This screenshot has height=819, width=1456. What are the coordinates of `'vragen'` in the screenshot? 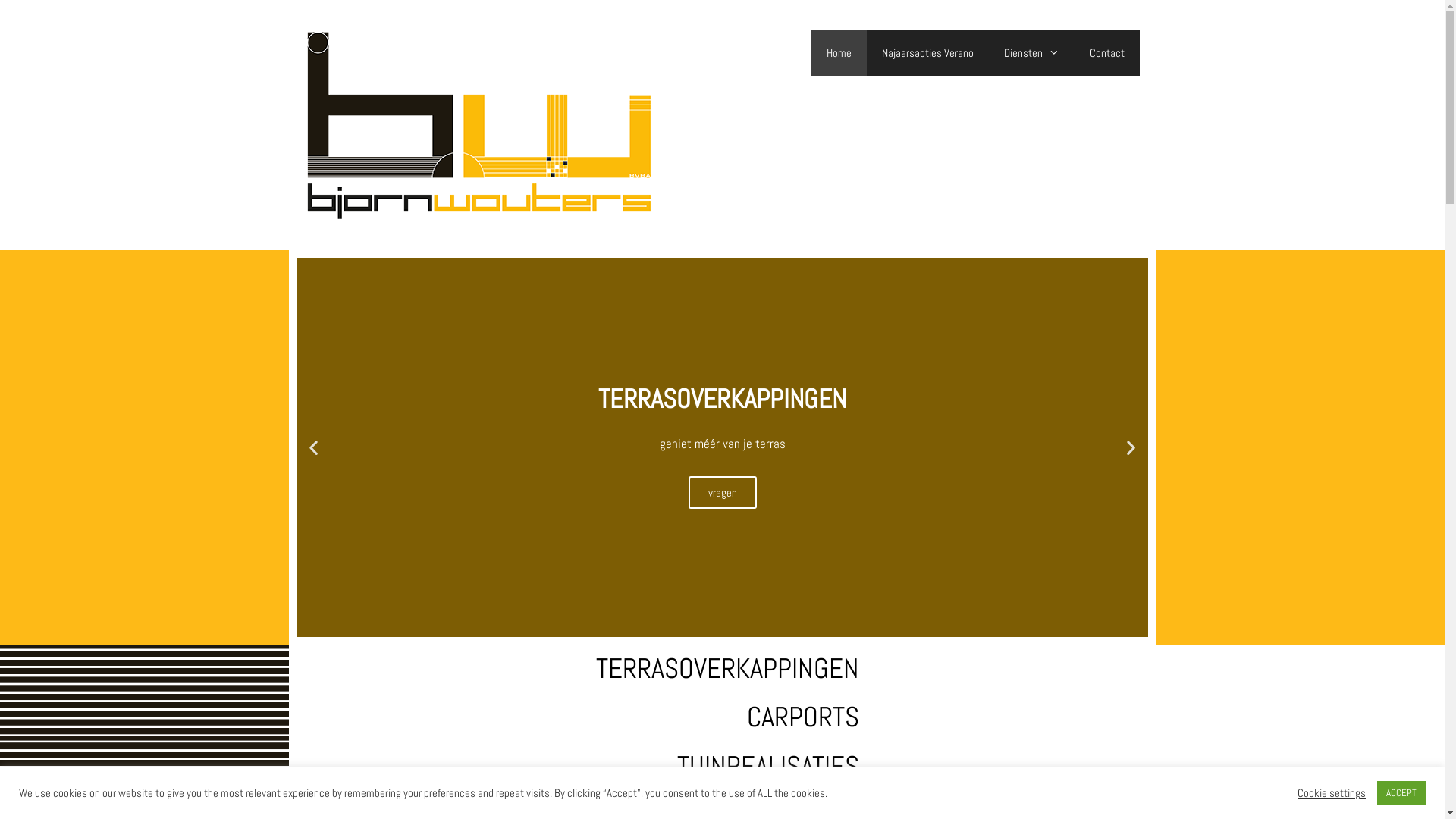 It's located at (687, 492).